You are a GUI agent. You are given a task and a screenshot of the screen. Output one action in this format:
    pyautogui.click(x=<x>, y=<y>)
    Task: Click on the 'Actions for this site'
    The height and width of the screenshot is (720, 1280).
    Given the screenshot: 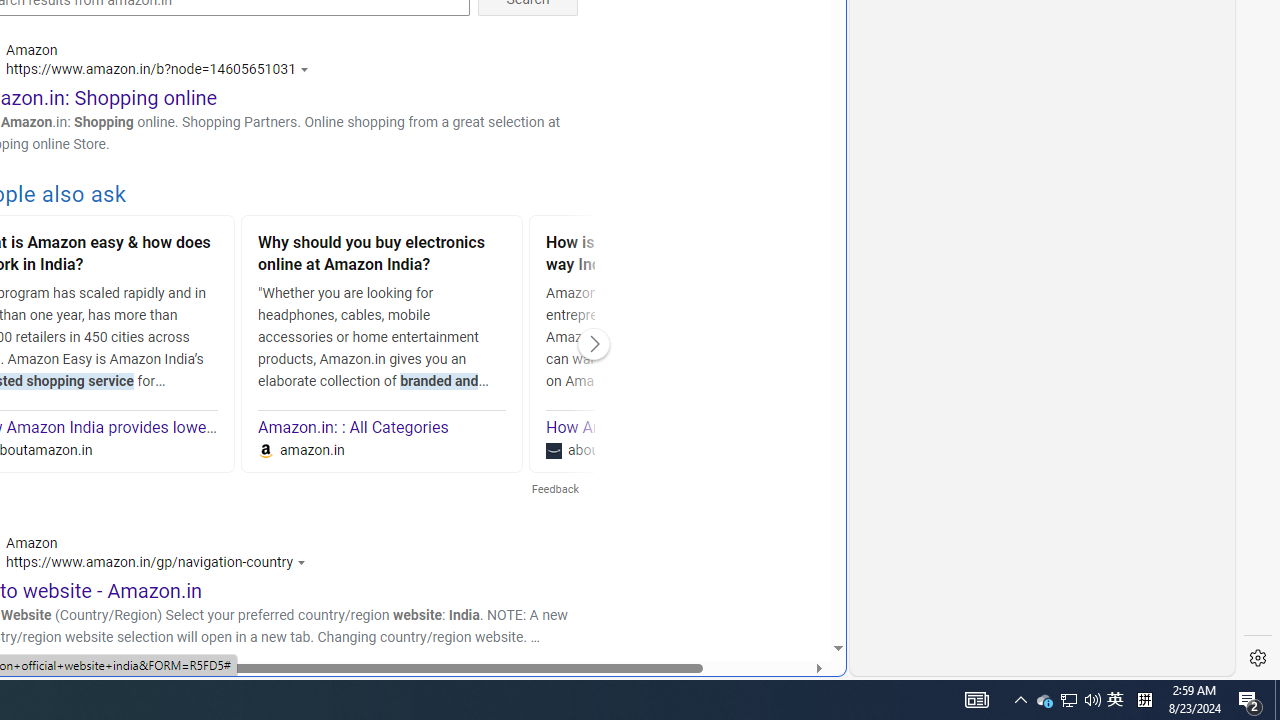 What is the action you would take?
    pyautogui.click(x=304, y=563)
    